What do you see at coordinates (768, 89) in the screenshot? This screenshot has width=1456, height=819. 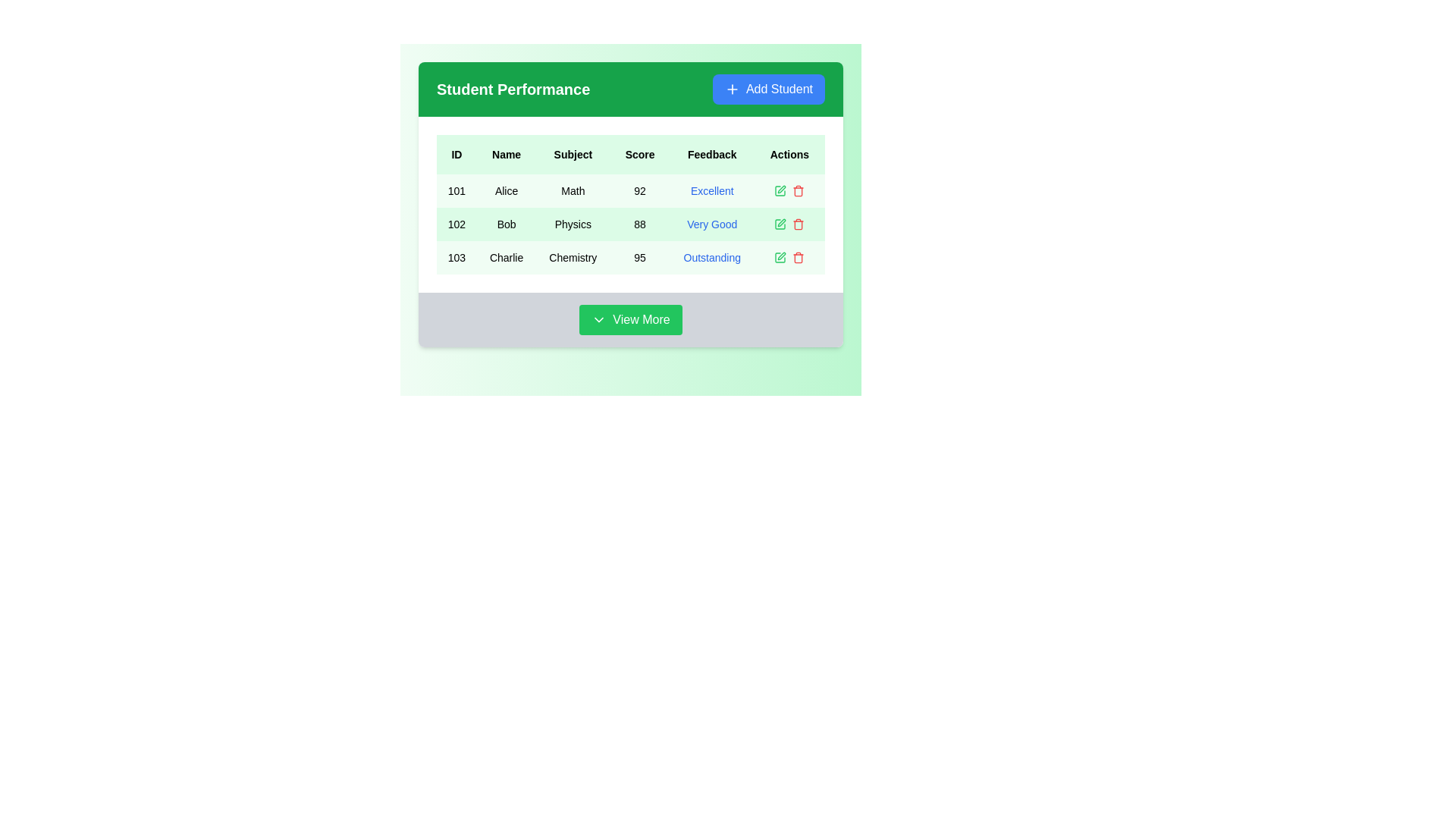 I see `the blue 'Add Student' button with a white '+' icon` at bounding box center [768, 89].